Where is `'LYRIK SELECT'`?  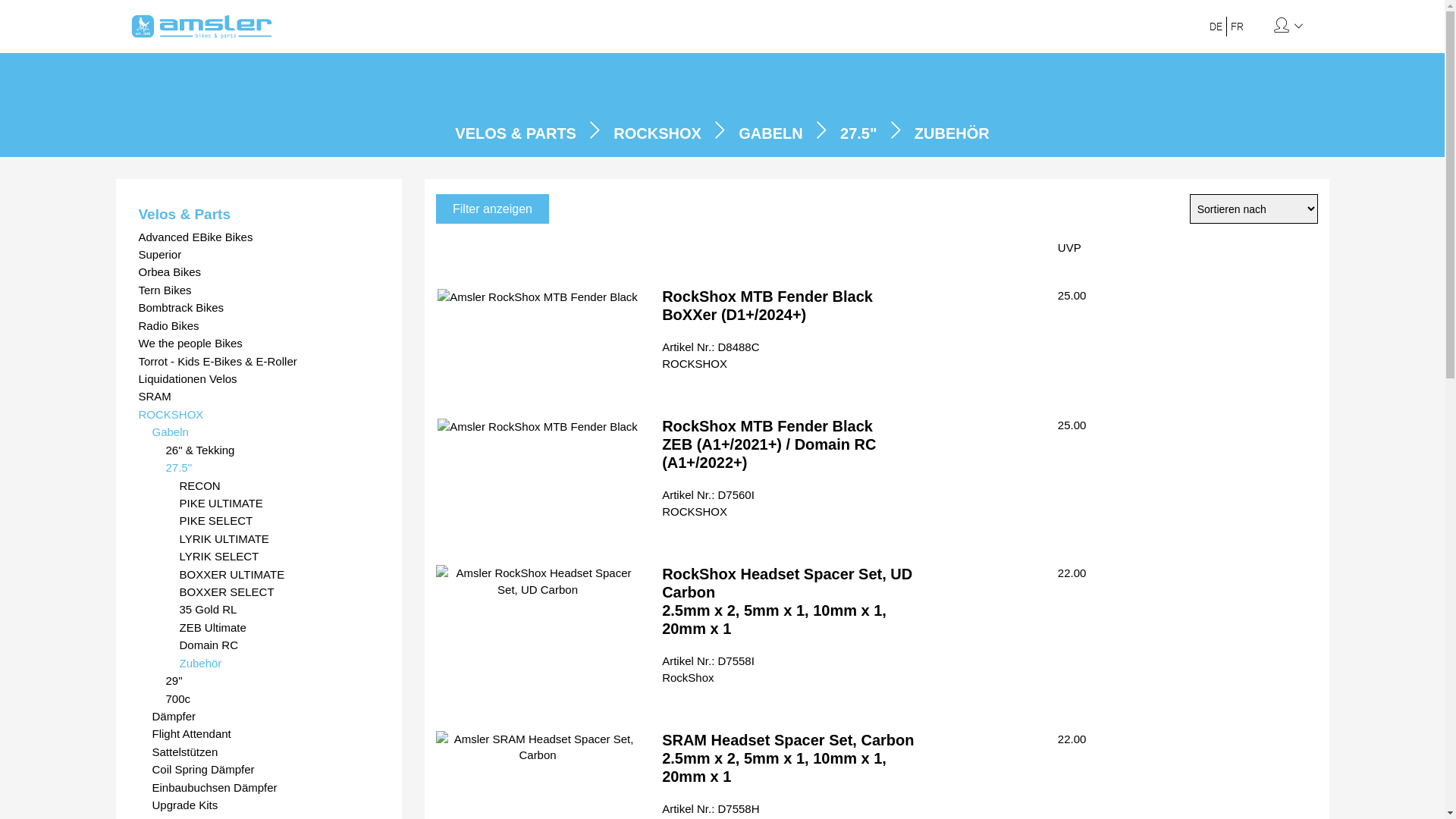 'LYRIK SELECT' is located at coordinates (178, 556).